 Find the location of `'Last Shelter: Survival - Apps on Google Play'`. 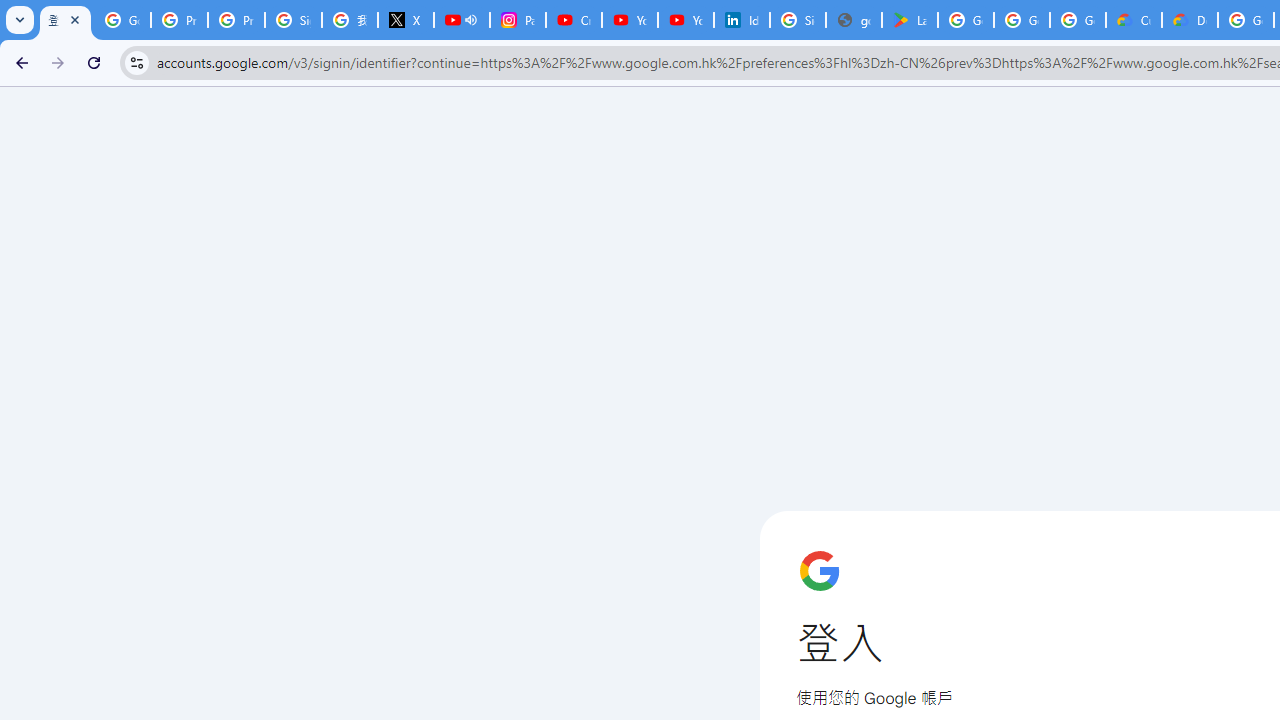

'Last Shelter: Survival - Apps on Google Play' is located at coordinates (909, 20).